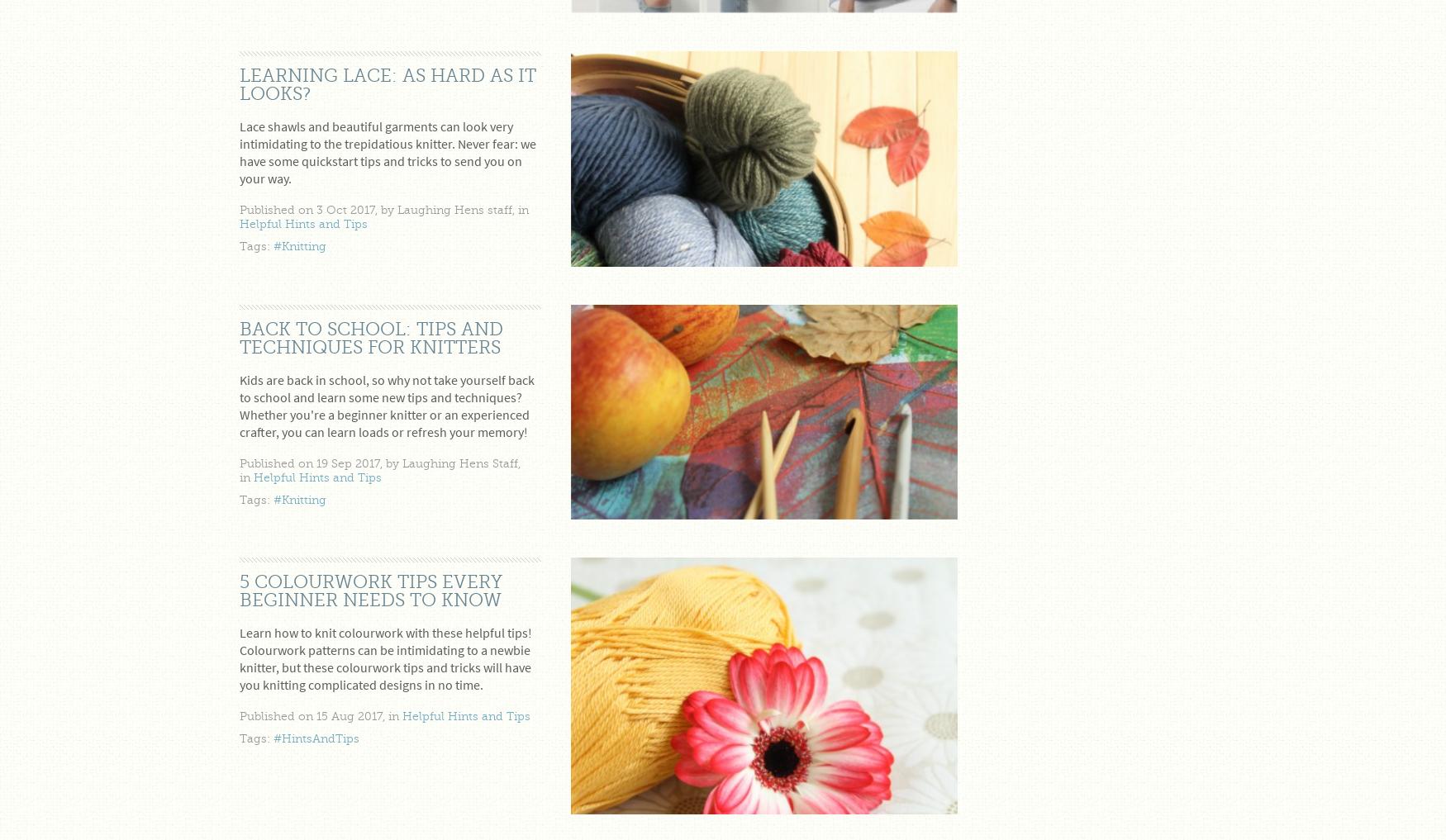  I want to click on 'Published on 19 Sep 2017, by Laughing Hens Staff, in', so click(380, 470).